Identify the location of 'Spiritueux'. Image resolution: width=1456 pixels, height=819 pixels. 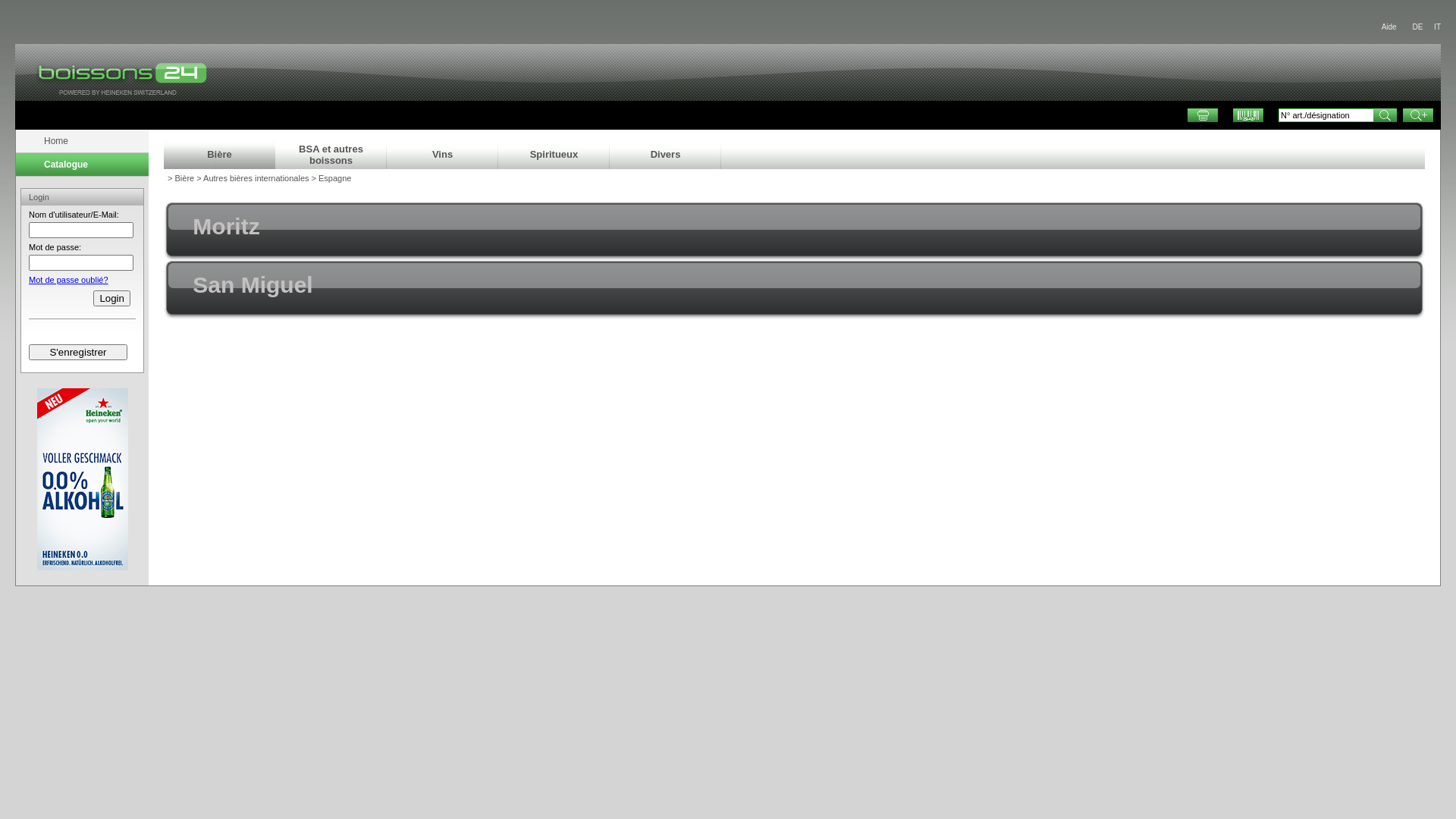
(553, 154).